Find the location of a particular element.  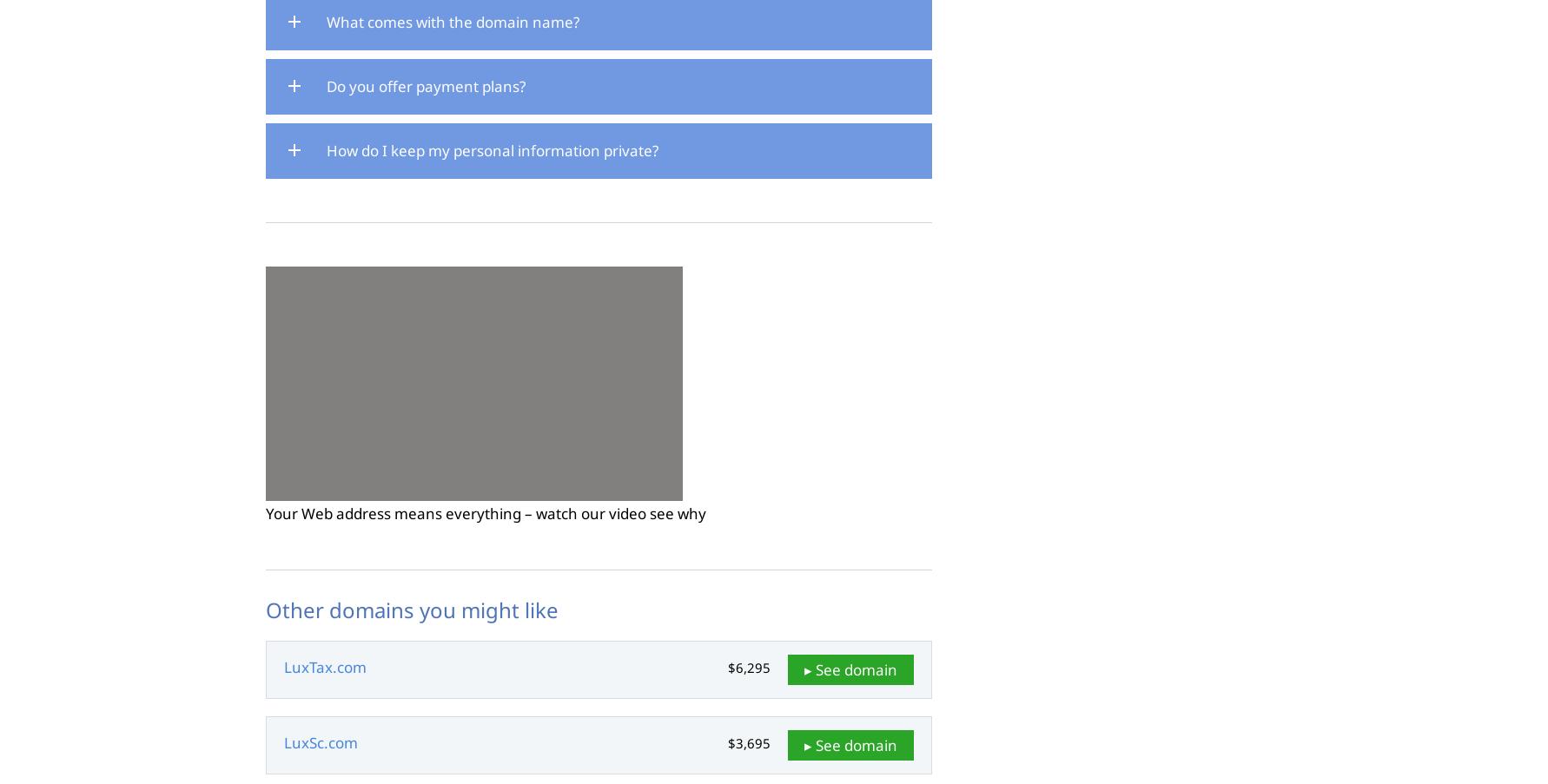

'Other domains you might like' is located at coordinates (411, 609).